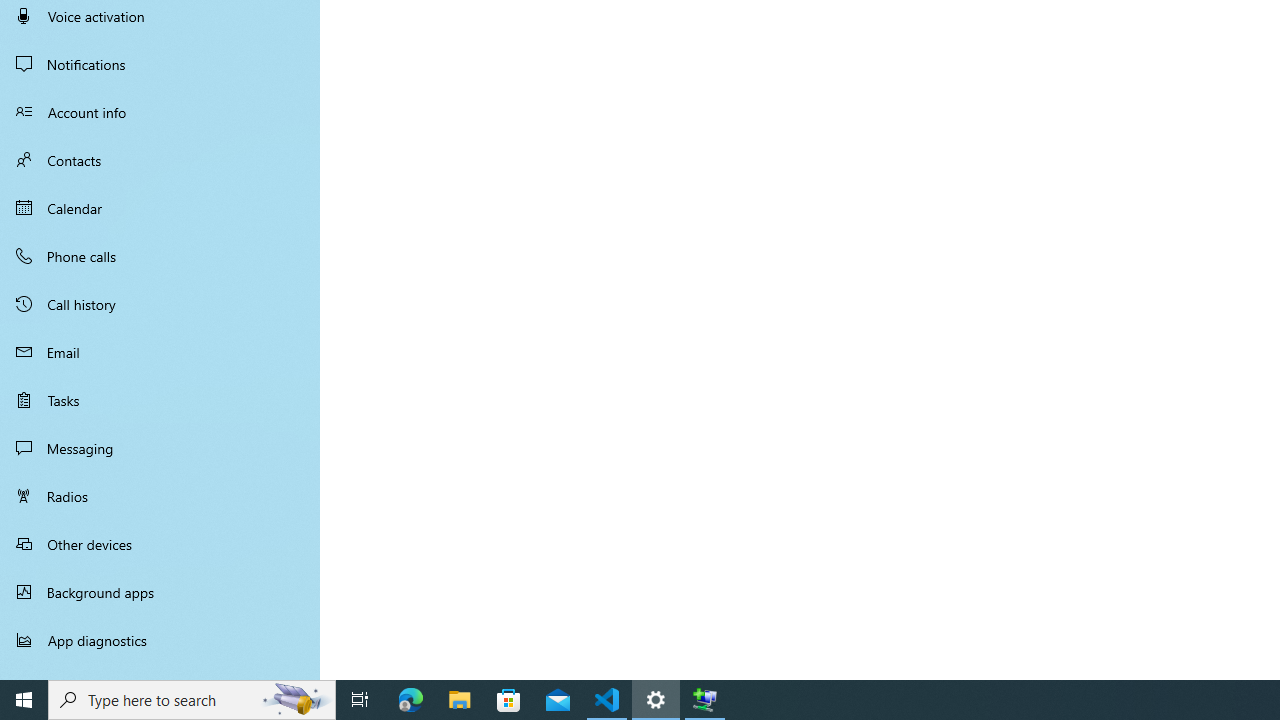  Describe the element at coordinates (160, 111) in the screenshot. I see `'Account info'` at that location.